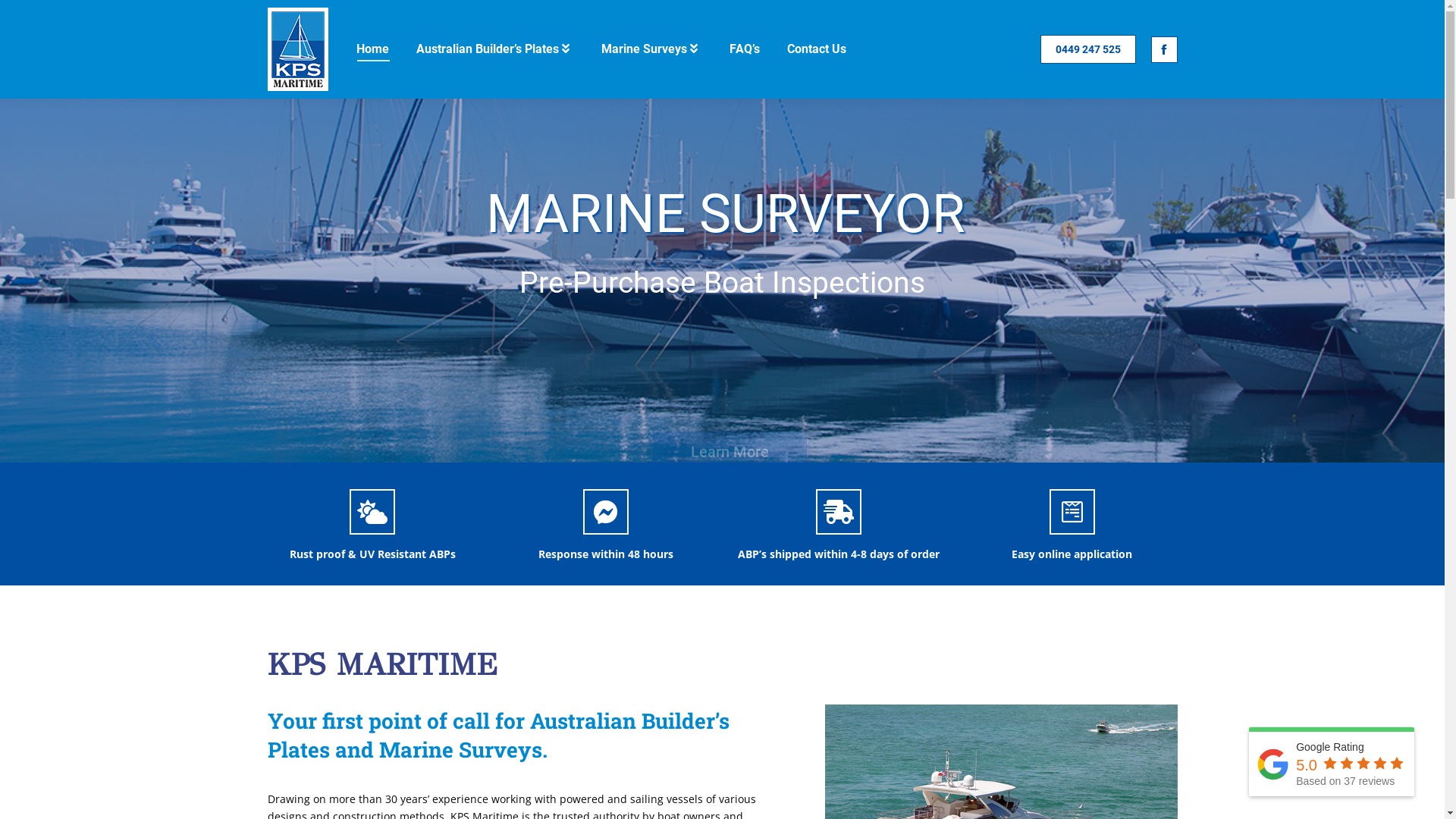  Describe the element at coordinates (372, 49) in the screenshot. I see `'Home'` at that location.